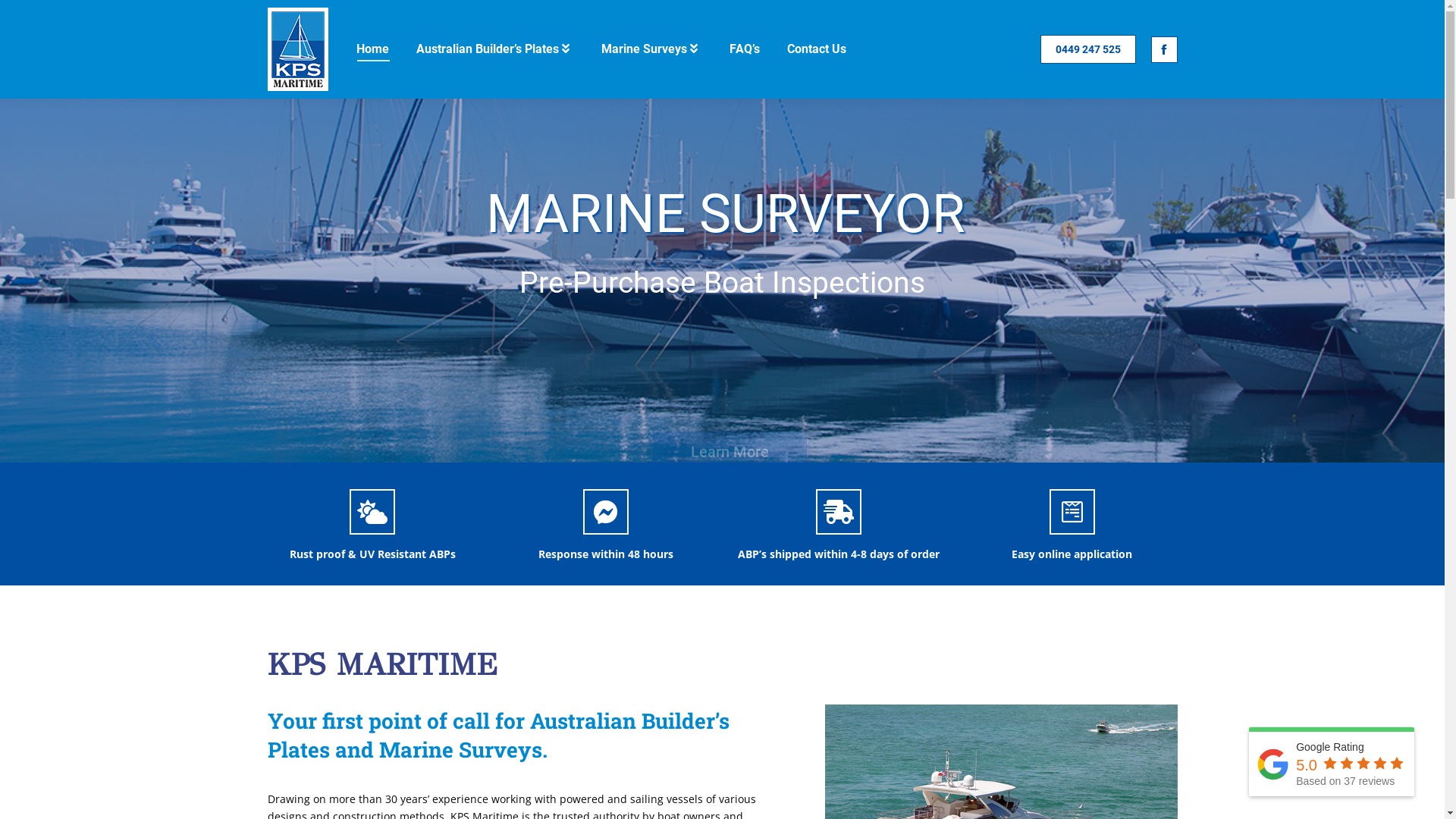  Describe the element at coordinates (372, 49) in the screenshot. I see `'Home'` at that location.